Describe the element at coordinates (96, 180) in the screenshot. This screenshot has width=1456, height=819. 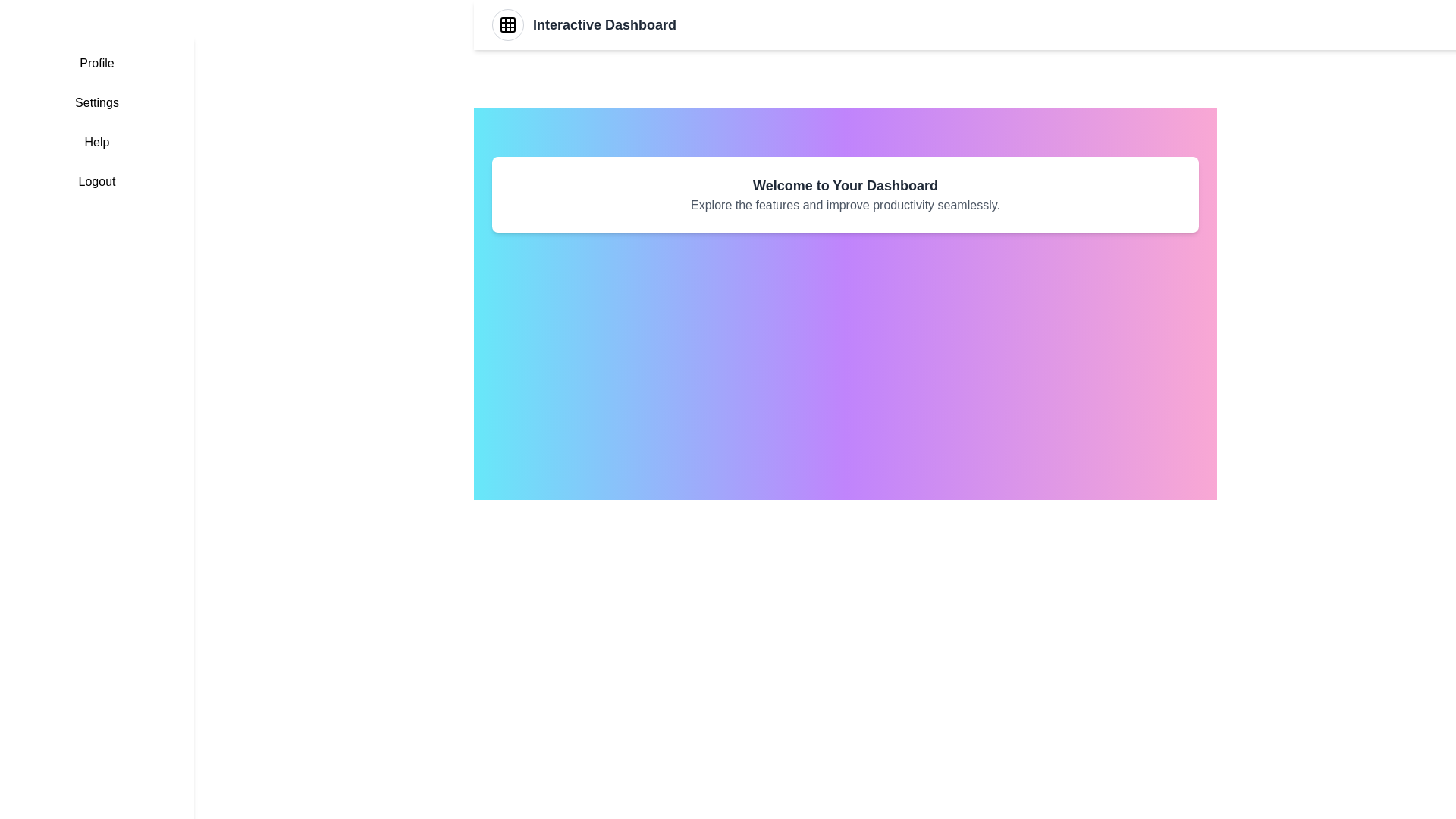
I see `the sidebar menu item labeled Logout` at that location.